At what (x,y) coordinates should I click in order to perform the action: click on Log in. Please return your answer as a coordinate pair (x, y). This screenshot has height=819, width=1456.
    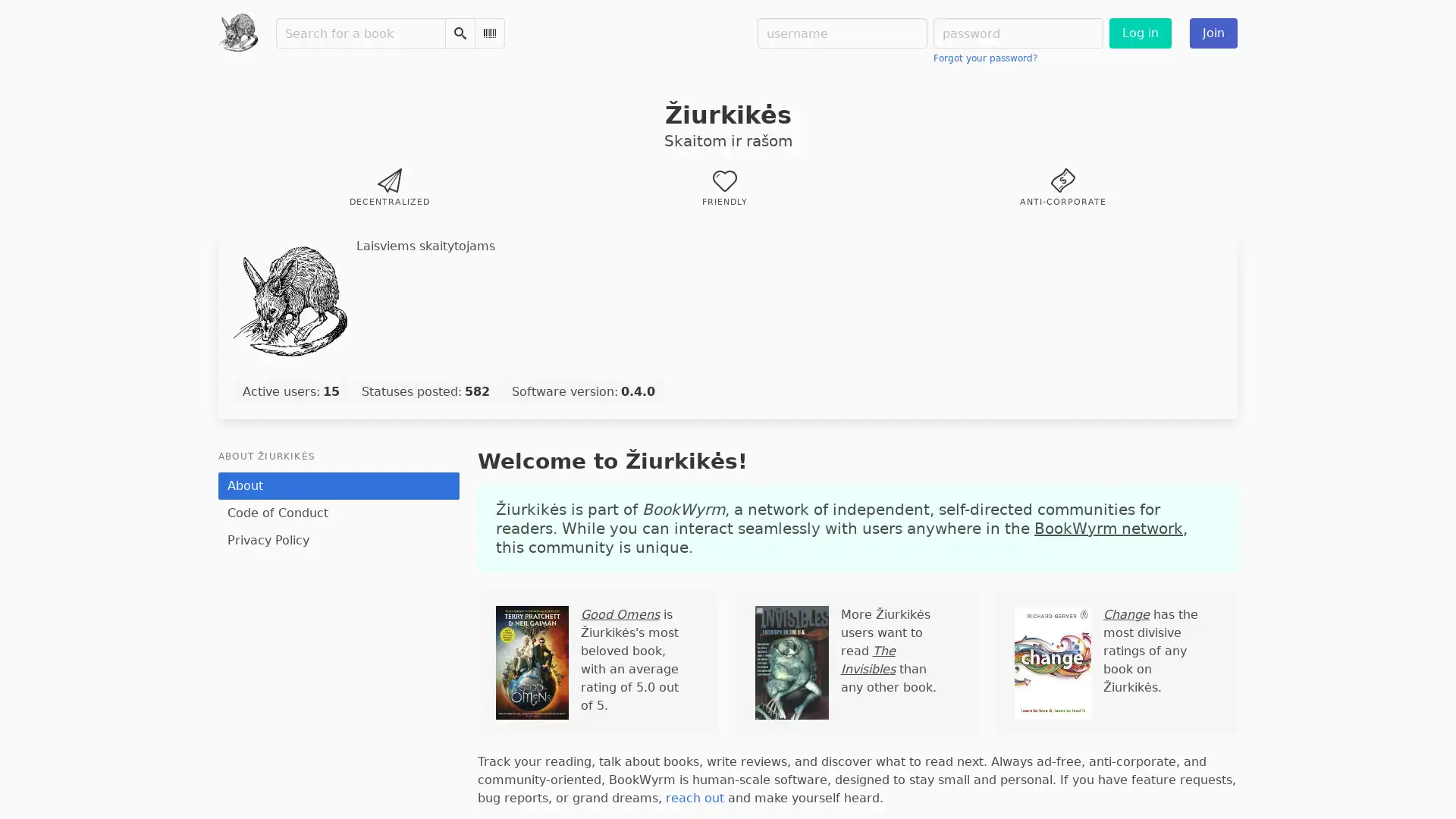
    Looking at the image, I should click on (1139, 33).